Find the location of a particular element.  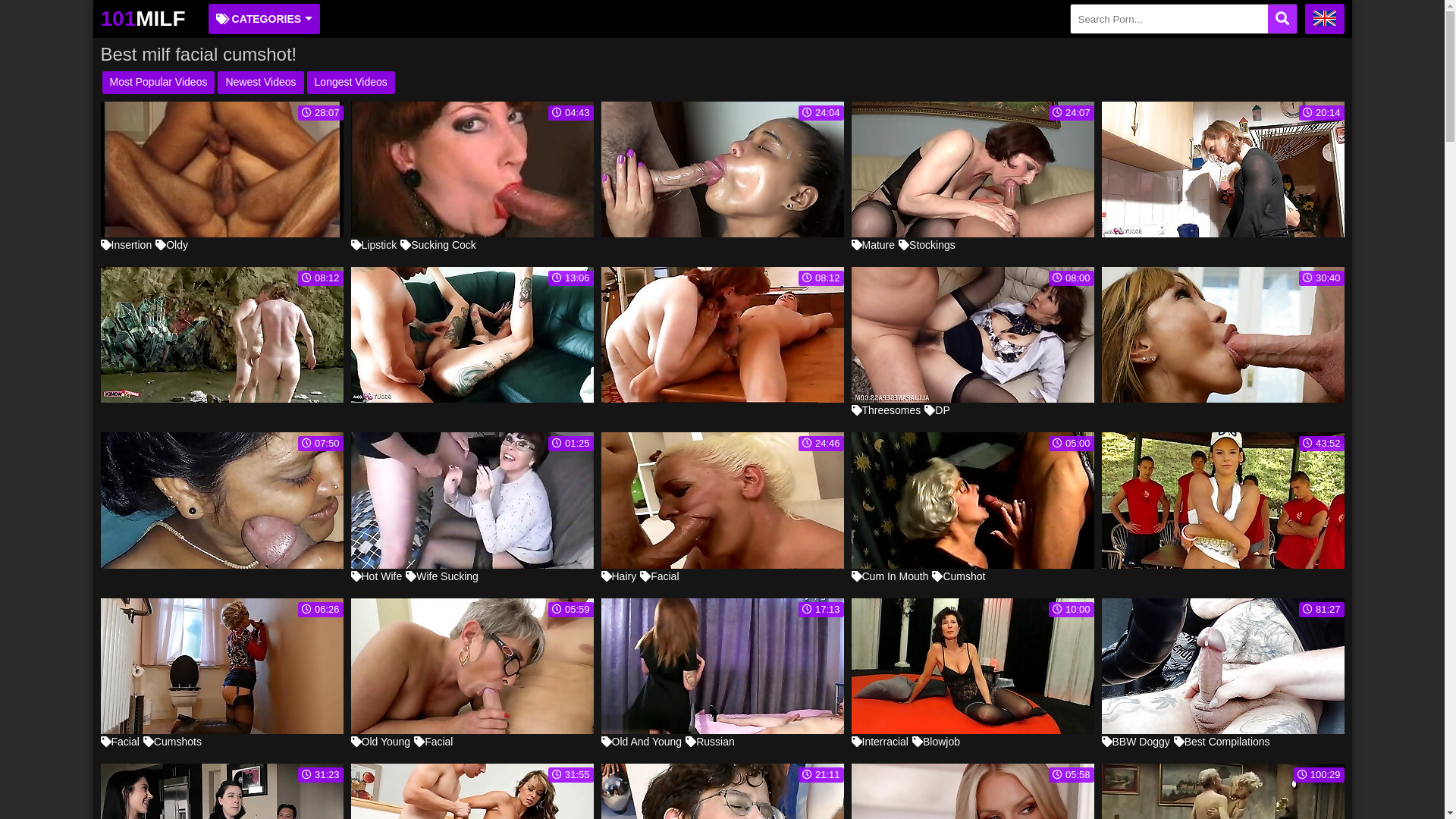

'Oldy' is located at coordinates (171, 244).